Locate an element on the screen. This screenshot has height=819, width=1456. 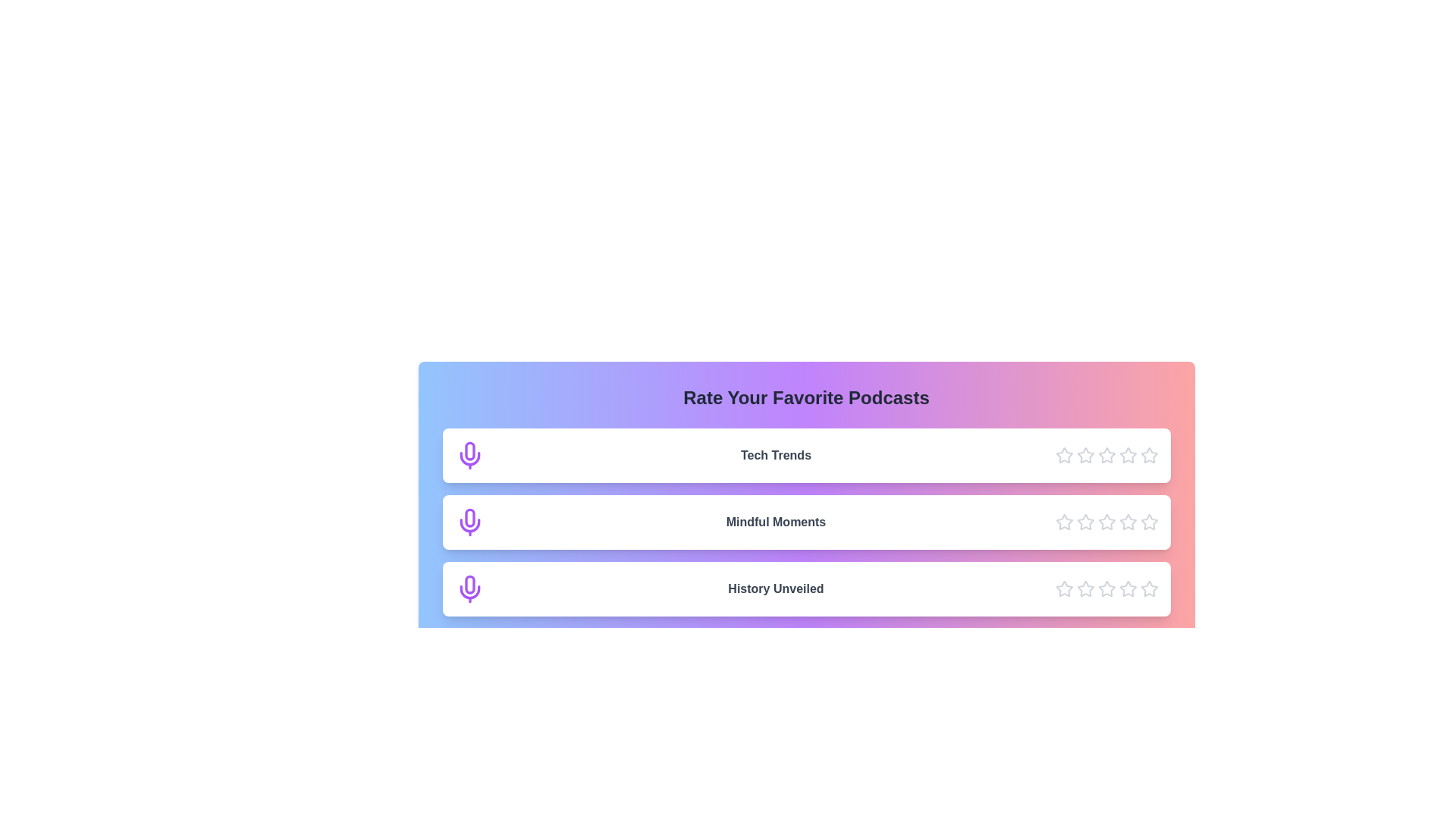
the star icon corresponding to 5 stars for the podcast History Unveiled is located at coordinates (1149, 588).